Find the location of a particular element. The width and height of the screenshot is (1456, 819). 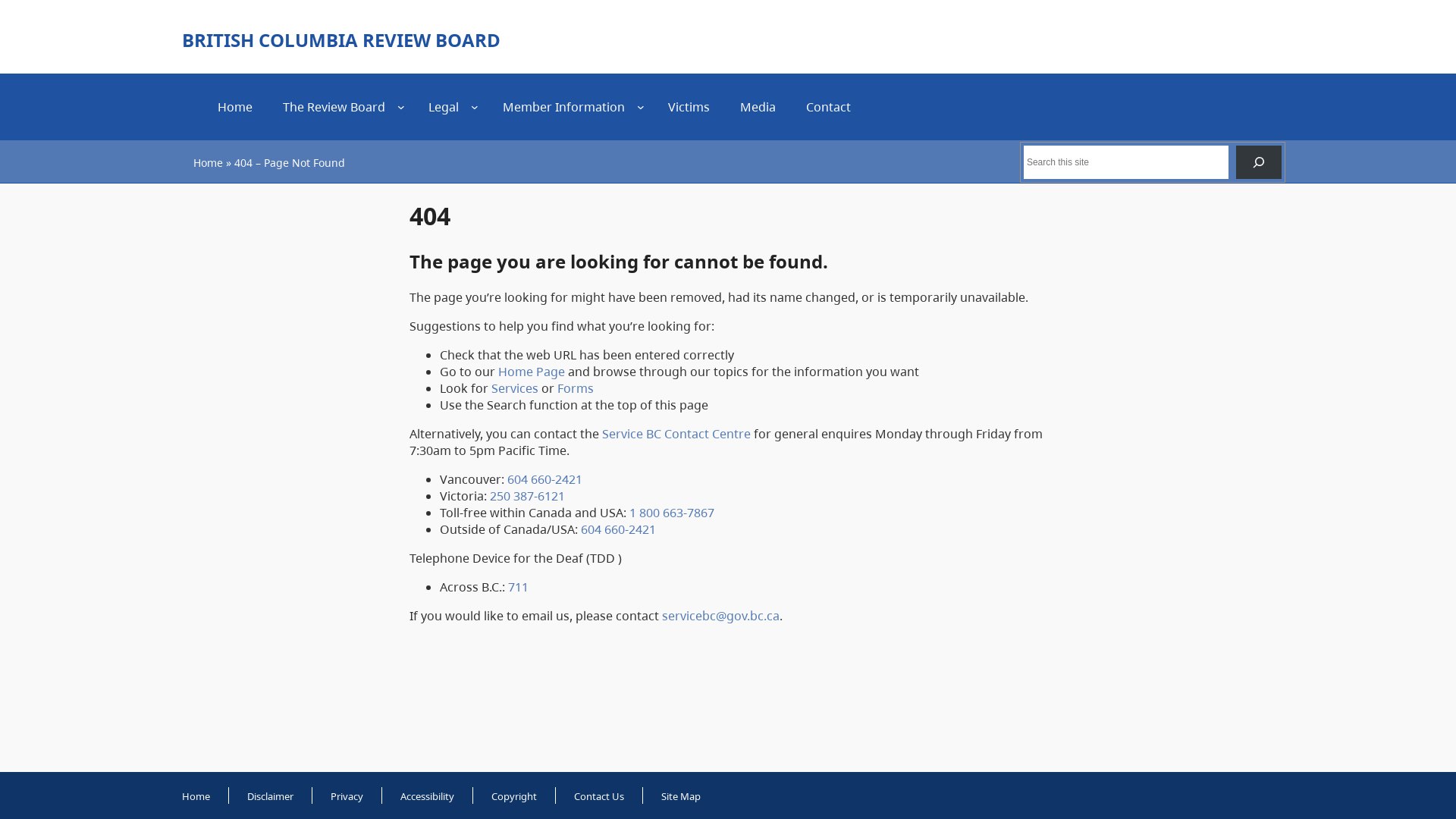

'Disclaimer' is located at coordinates (270, 795).